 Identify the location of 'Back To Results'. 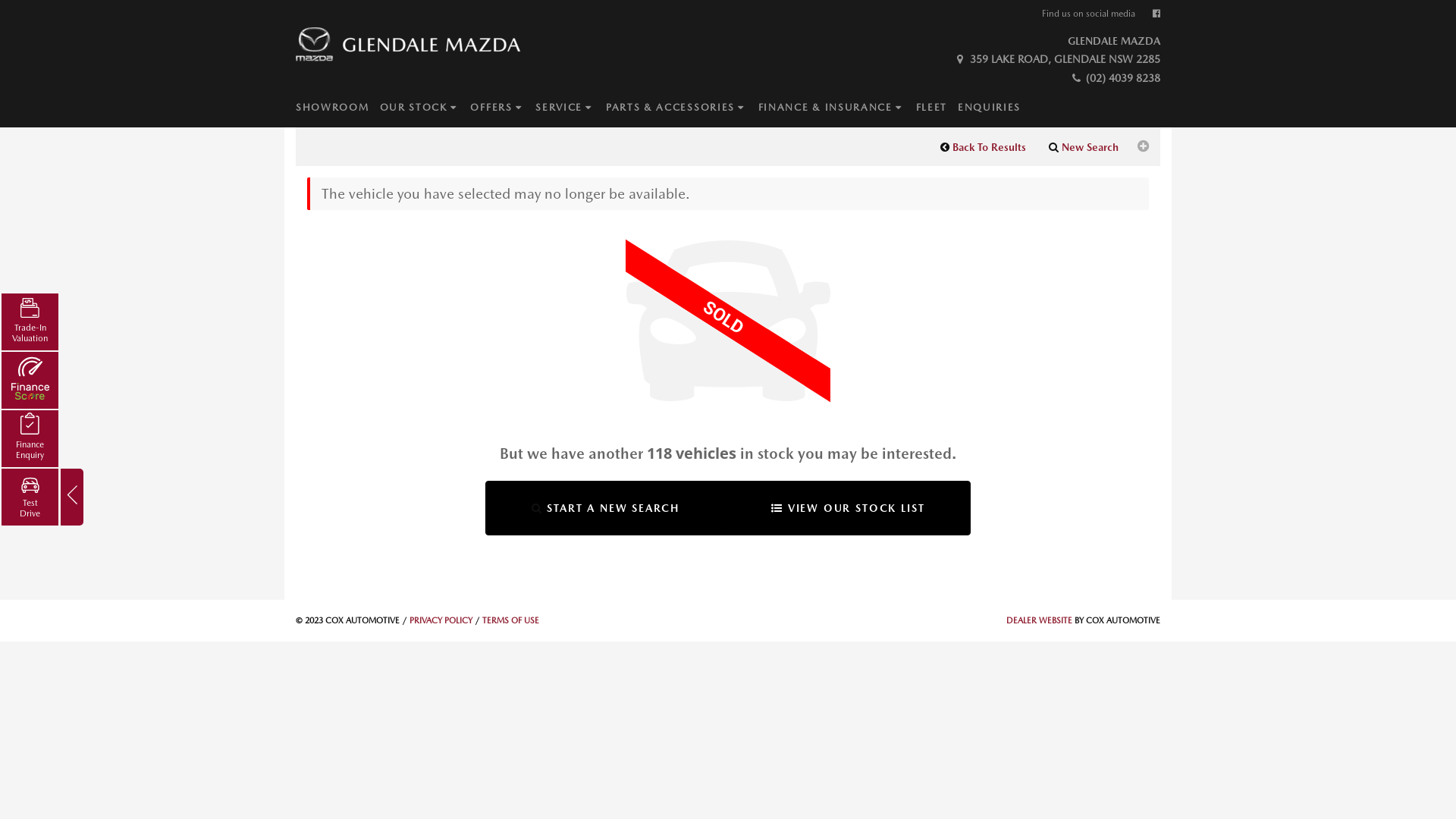
(983, 146).